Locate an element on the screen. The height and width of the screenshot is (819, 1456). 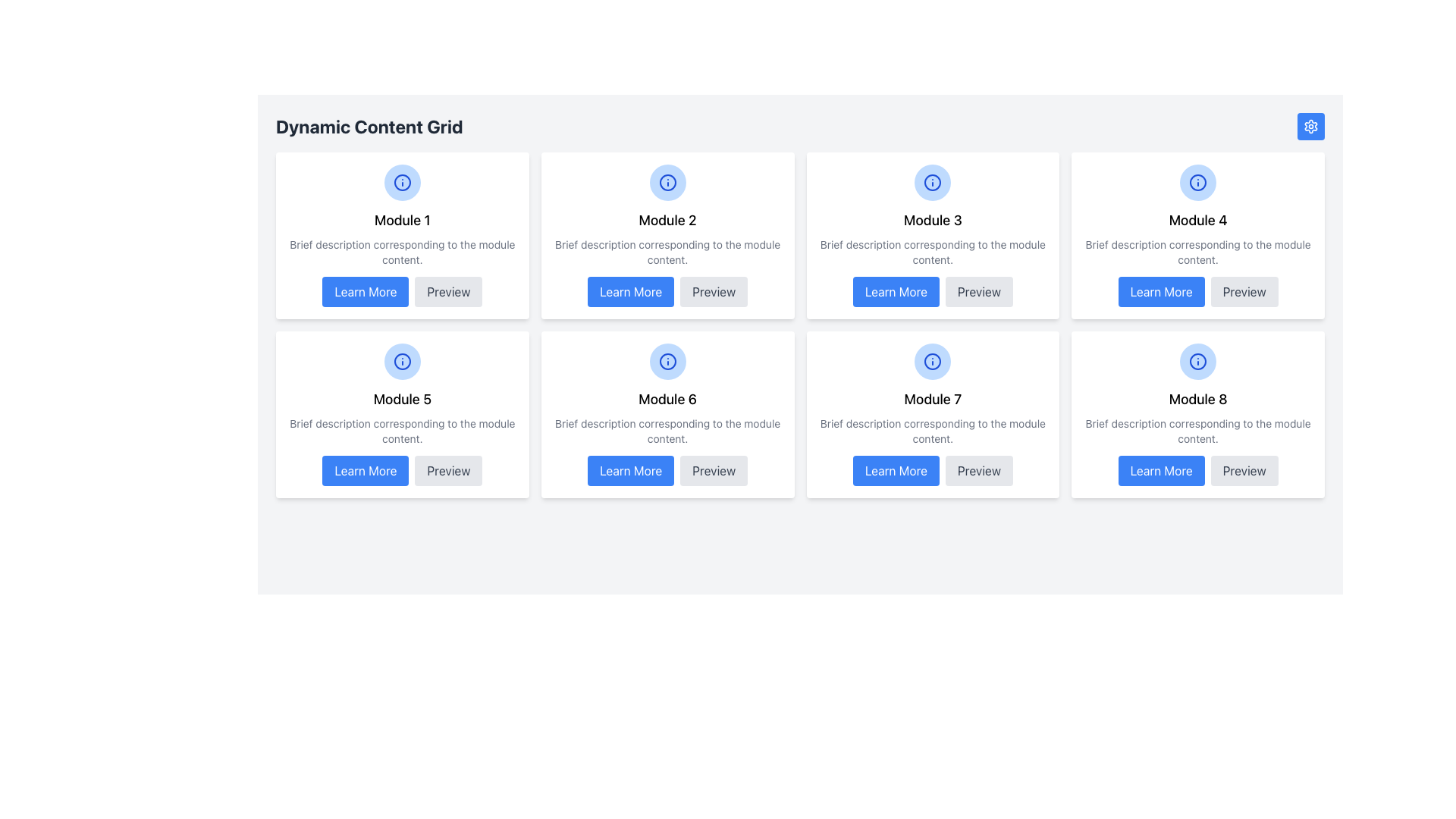
the graphical circle element that is part of the icon above the text labeled 'Module 7' within the seventh grid item is located at coordinates (932, 362).